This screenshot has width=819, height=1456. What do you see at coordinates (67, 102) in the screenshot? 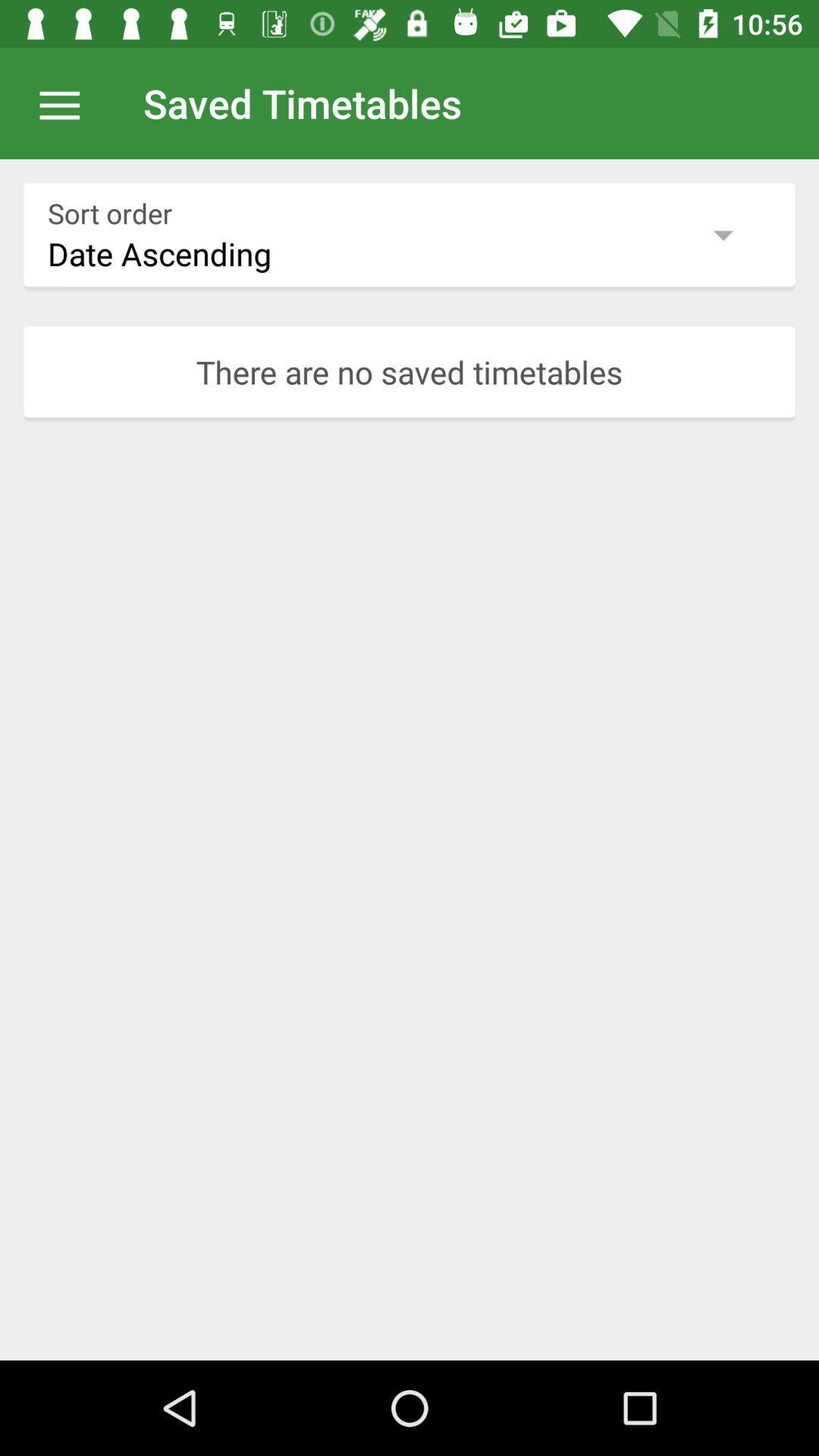
I see `menu options` at bounding box center [67, 102].